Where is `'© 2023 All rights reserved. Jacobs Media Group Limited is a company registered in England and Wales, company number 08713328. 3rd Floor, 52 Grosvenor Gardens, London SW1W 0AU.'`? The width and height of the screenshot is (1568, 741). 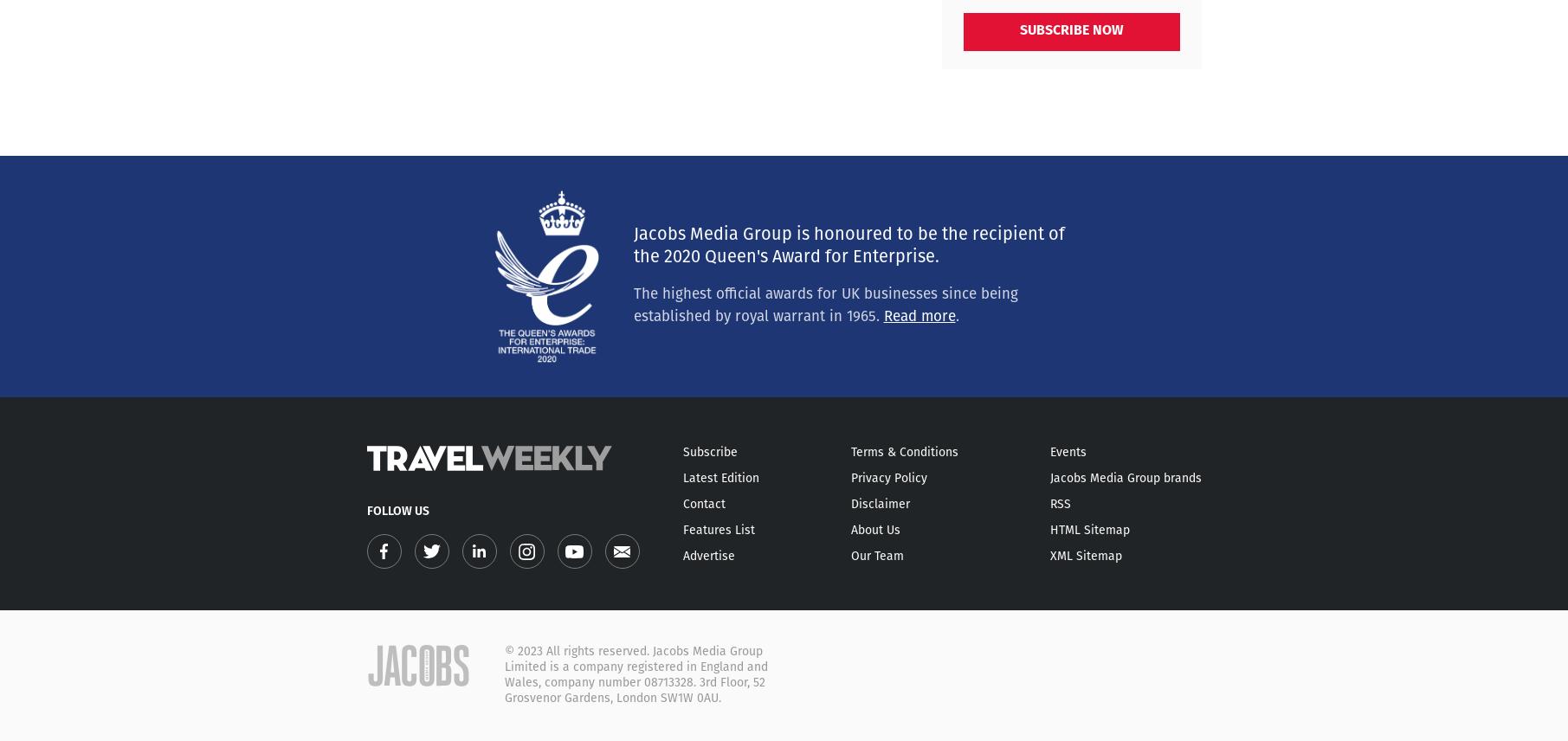 '© 2023 All rights reserved. Jacobs Media Group Limited is a company registered in England and Wales, company number 08713328. 3rd Floor, 52 Grosvenor Gardens, London SW1W 0AU.' is located at coordinates (634, 674).